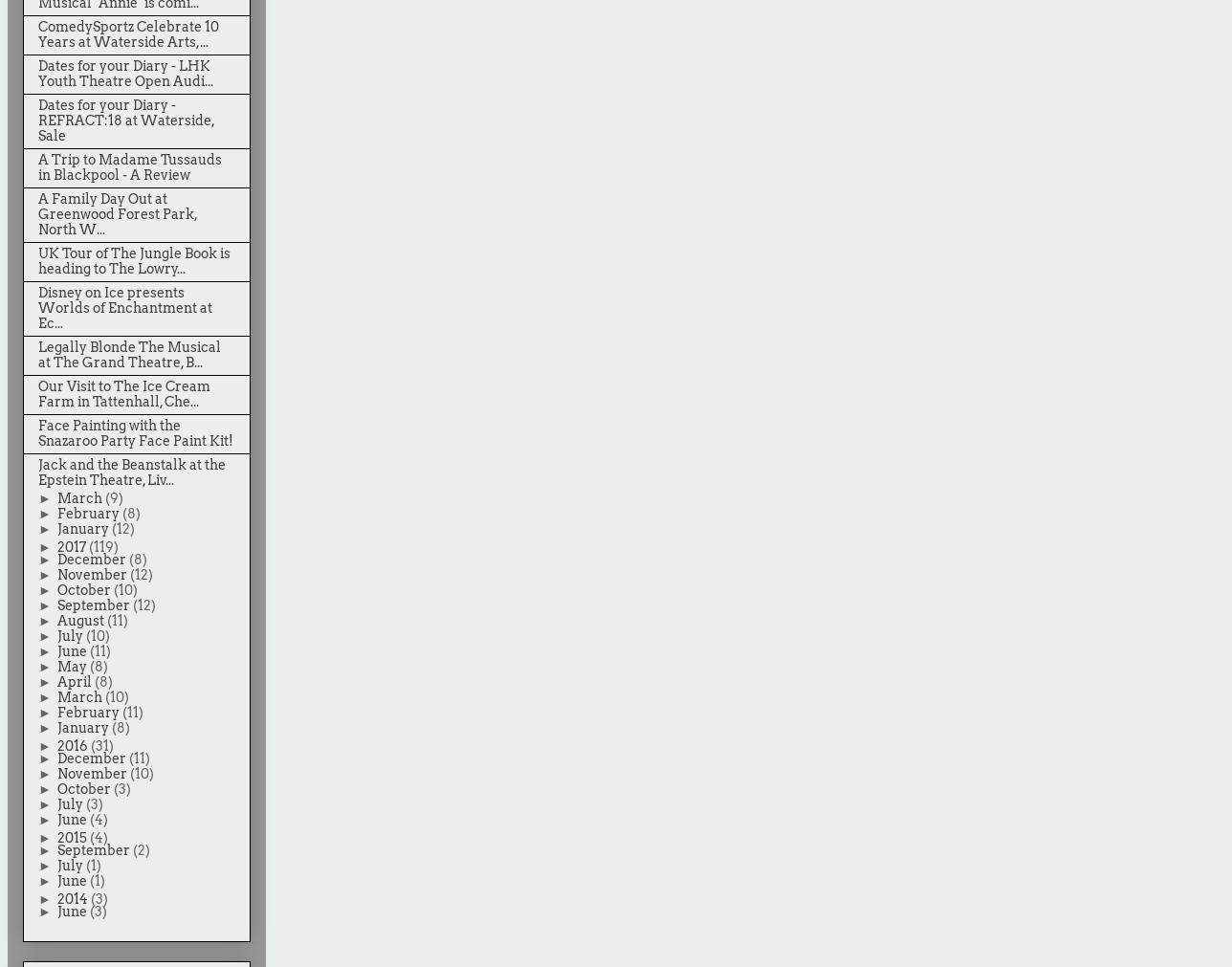 This screenshot has width=1232, height=967. Describe the element at coordinates (90, 744) in the screenshot. I see `'(31)'` at that location.